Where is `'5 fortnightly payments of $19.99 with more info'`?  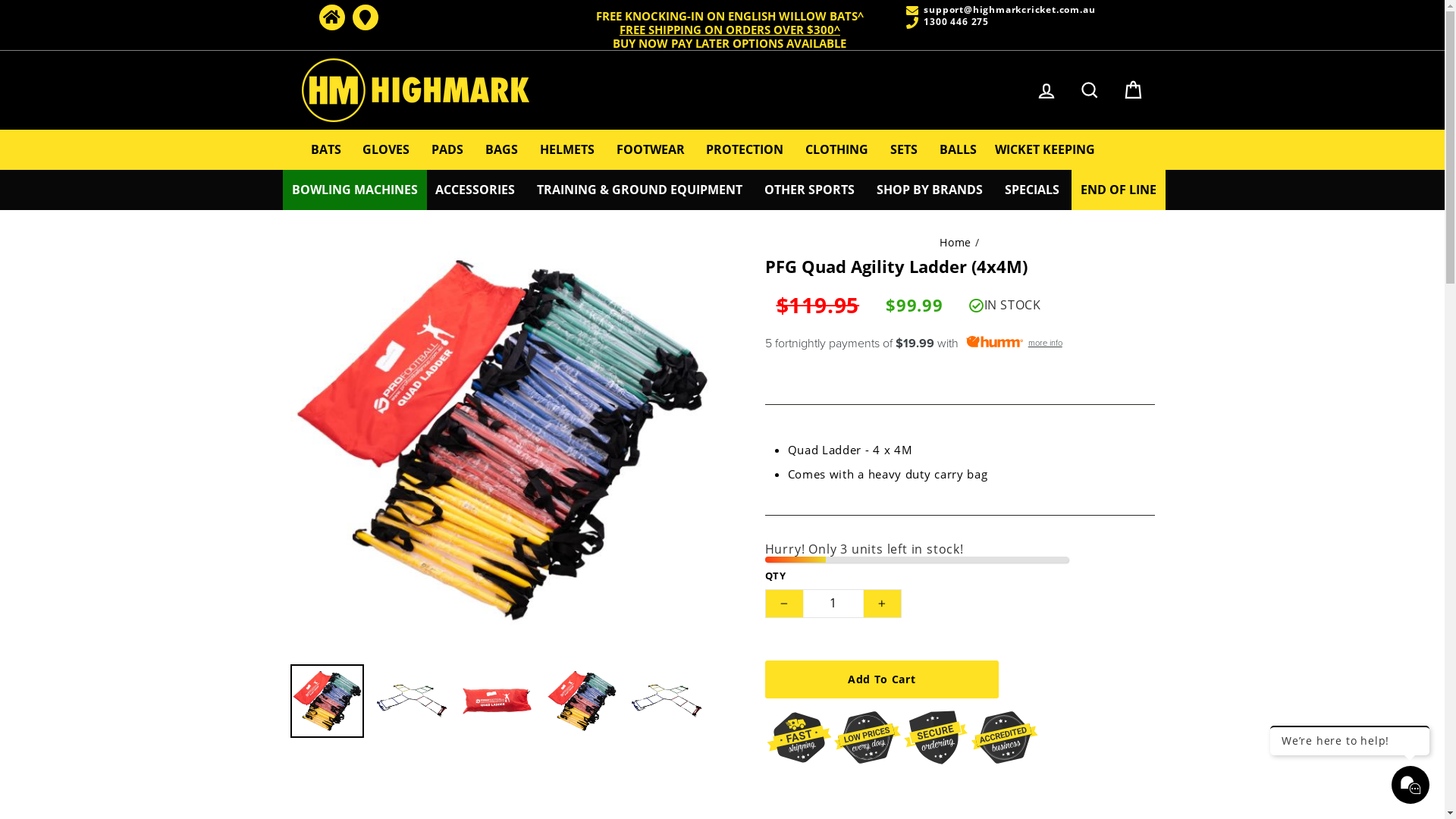 '5 fortnightly payments of $19.99 with more info' is located at coordinates (959, 343).